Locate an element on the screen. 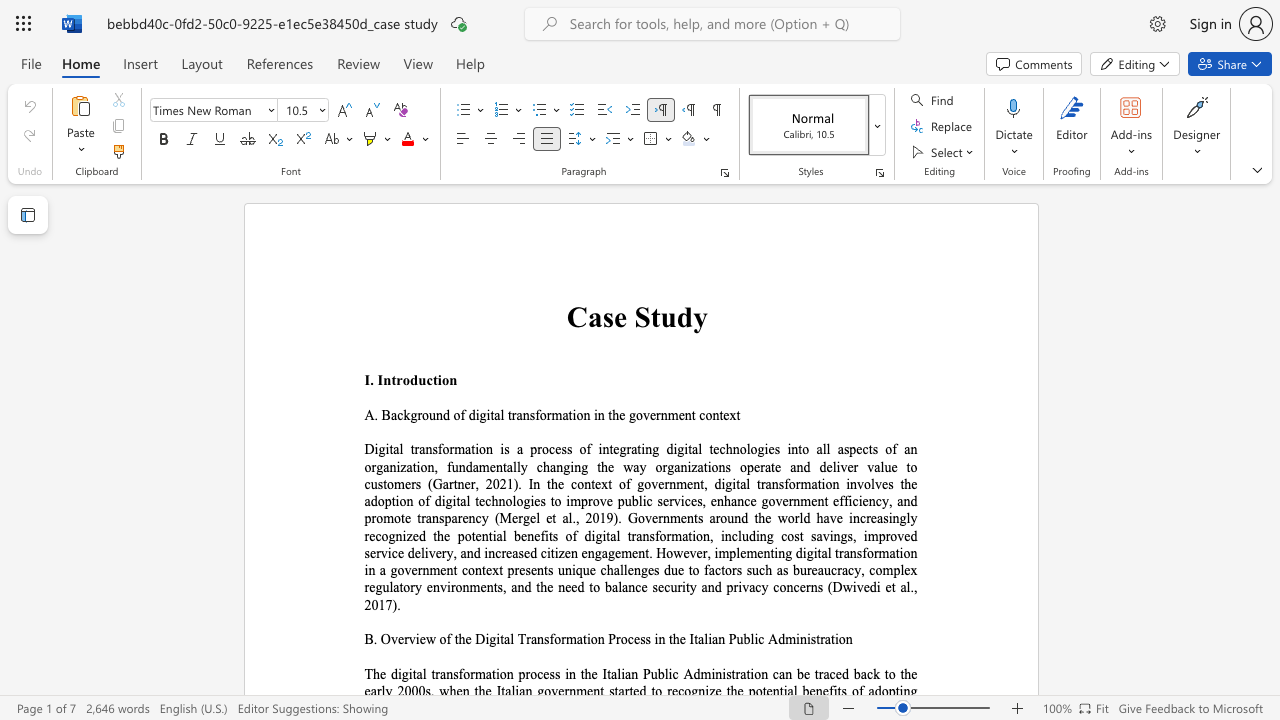 This screenshot has height=720, width=1280. the 3th character "s" in the text is located at coordinates (648, 639).